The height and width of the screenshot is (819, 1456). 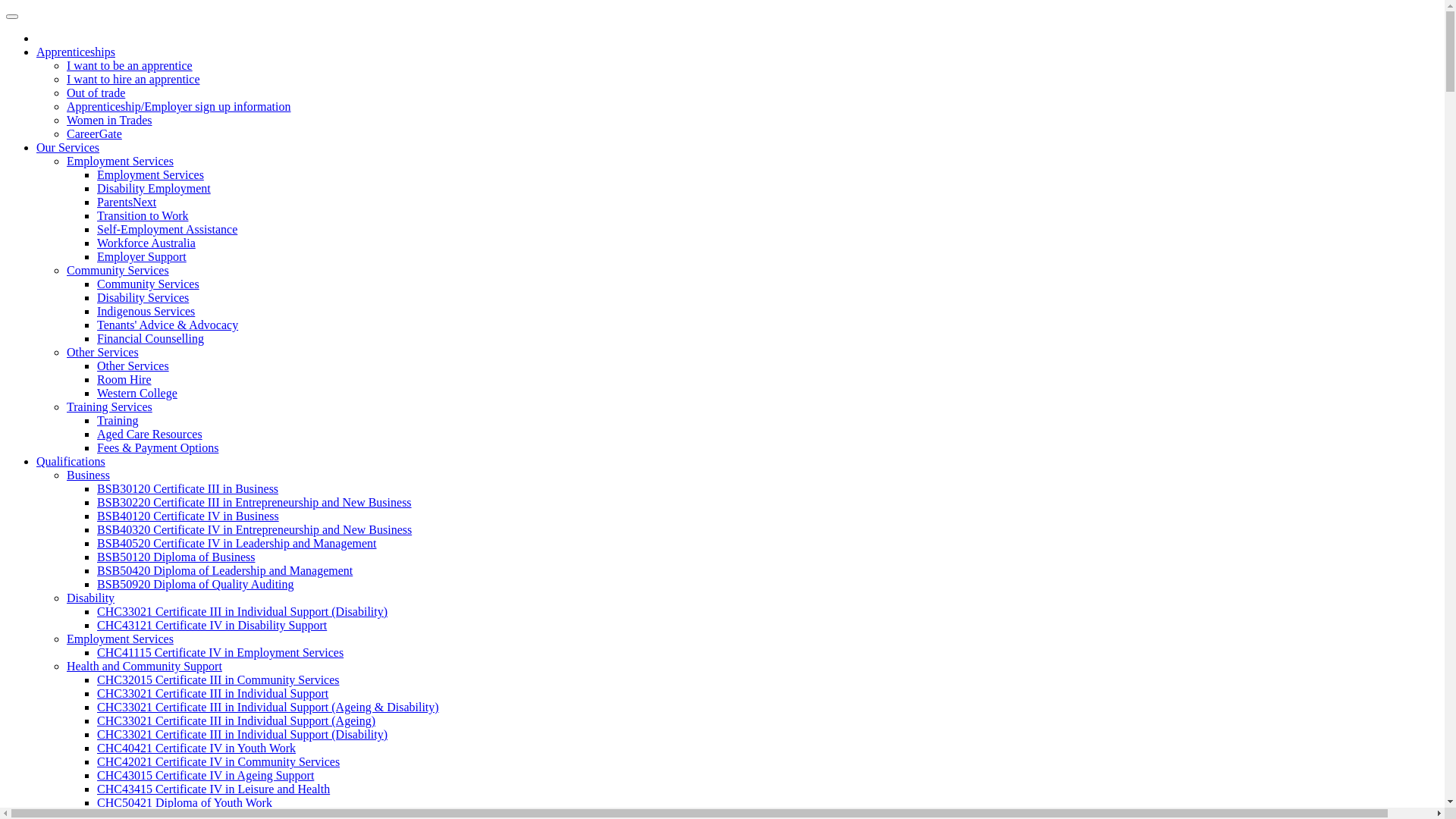 What do you see at coordinates (224, 570) in the screenshot?
I see `'BSB50420 Diploma of Leadership and Management'` at bounding box center [224, 570].